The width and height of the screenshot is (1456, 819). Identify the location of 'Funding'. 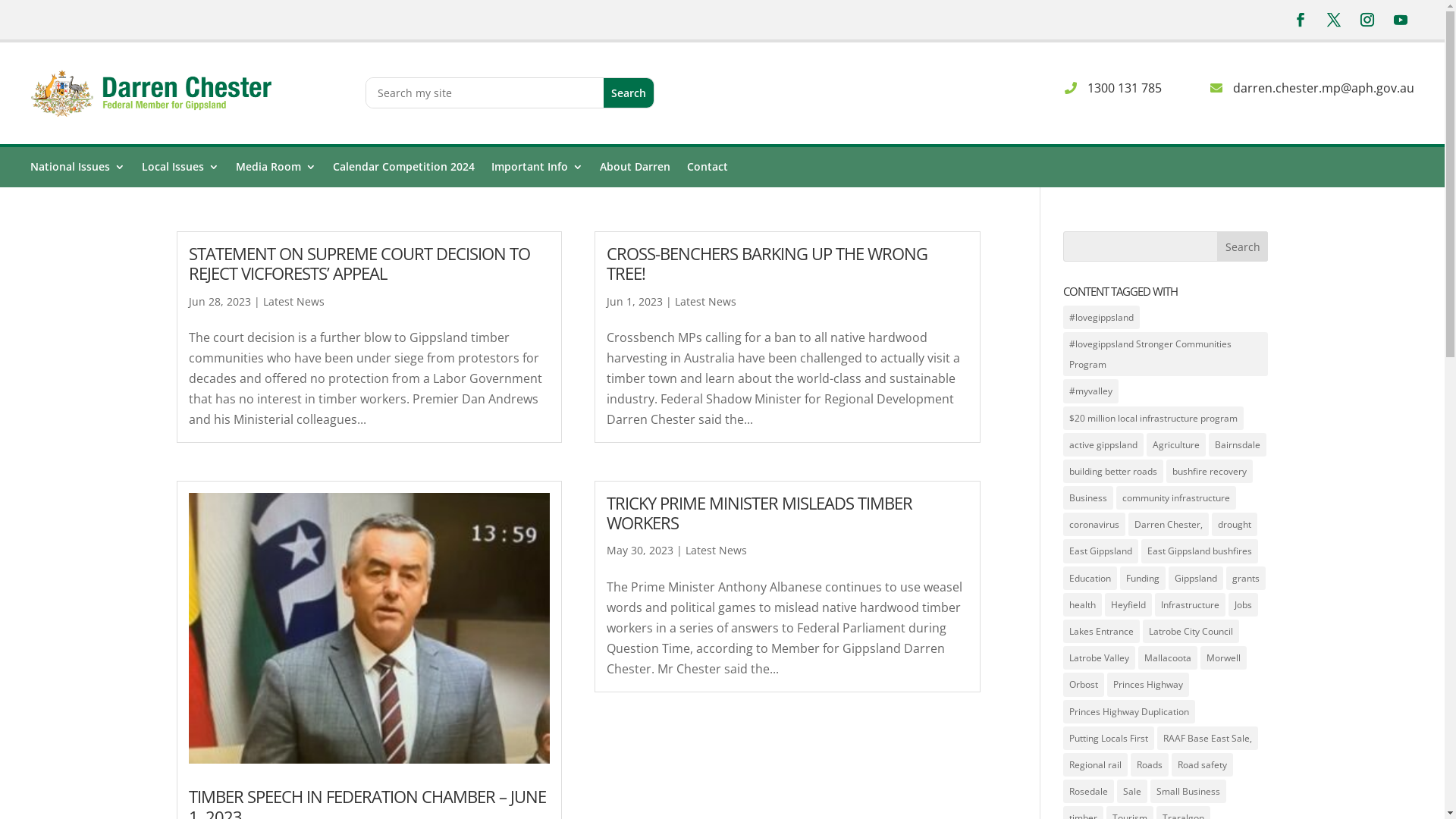
(1120, 578).